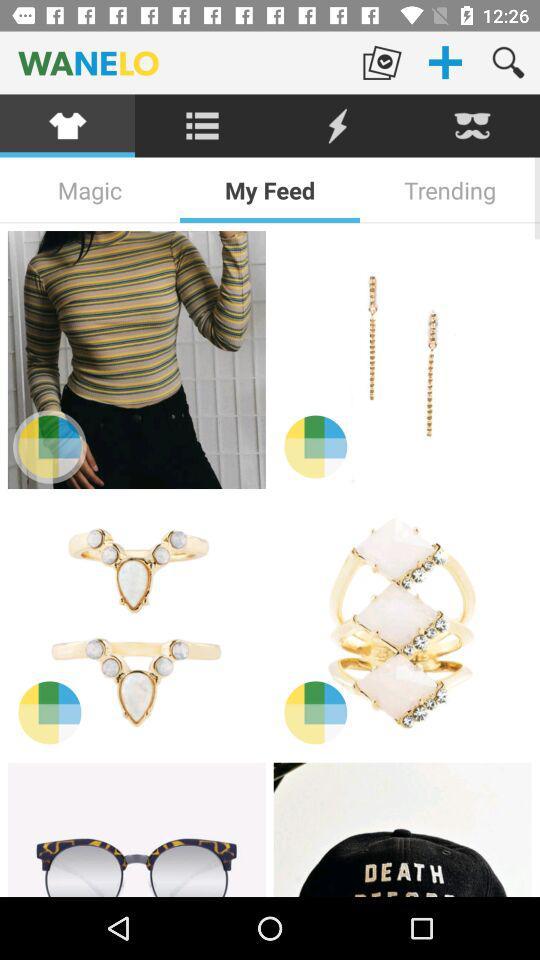 The height and width of the screenshot is (960, 540). What do you see at coordinates (402, 829) in the screenshot?
I see `picture` at bounding box center [402, 829].